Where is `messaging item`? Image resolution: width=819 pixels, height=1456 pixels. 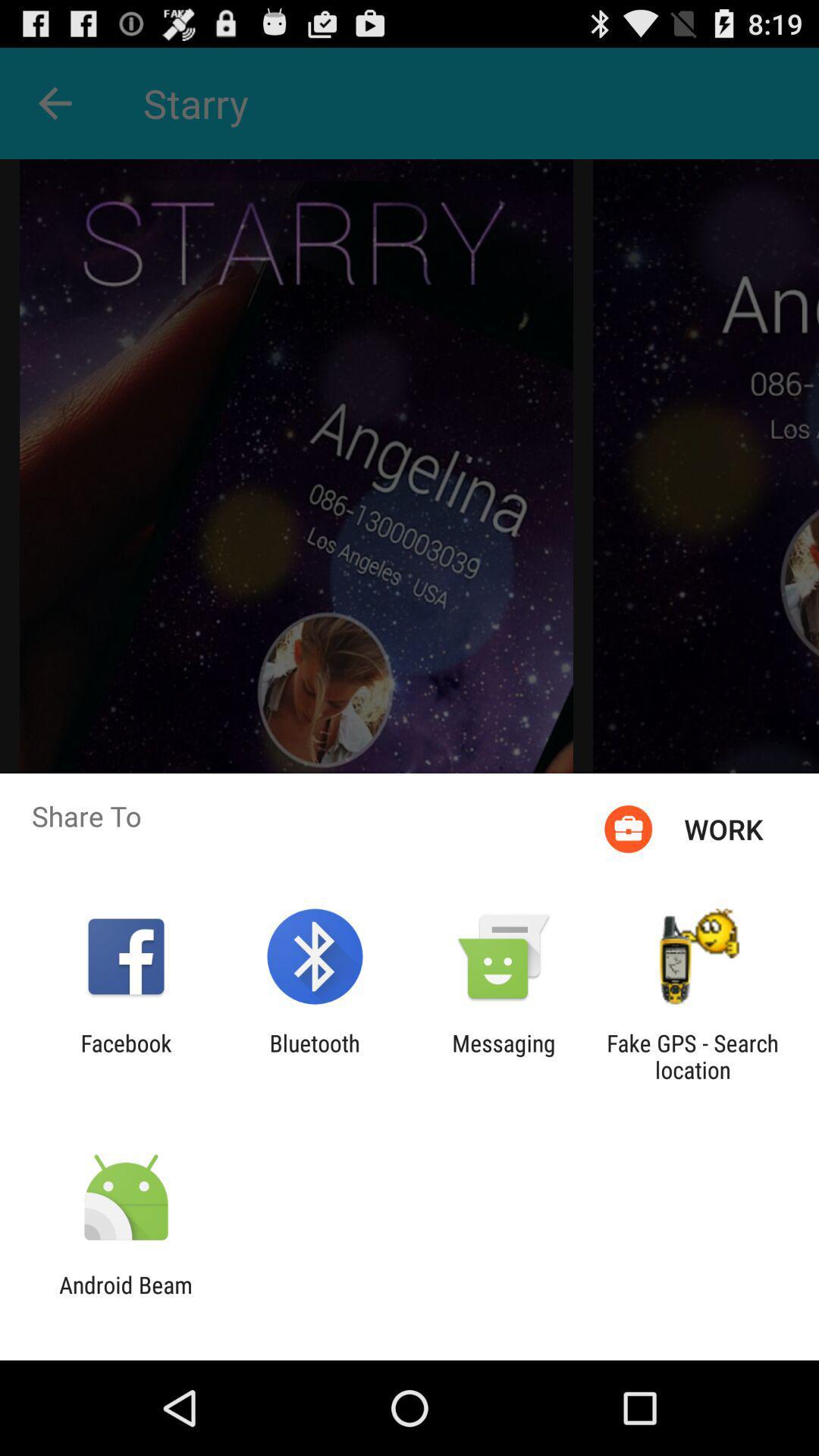 messaging item is located at coordinates (504, 1056).